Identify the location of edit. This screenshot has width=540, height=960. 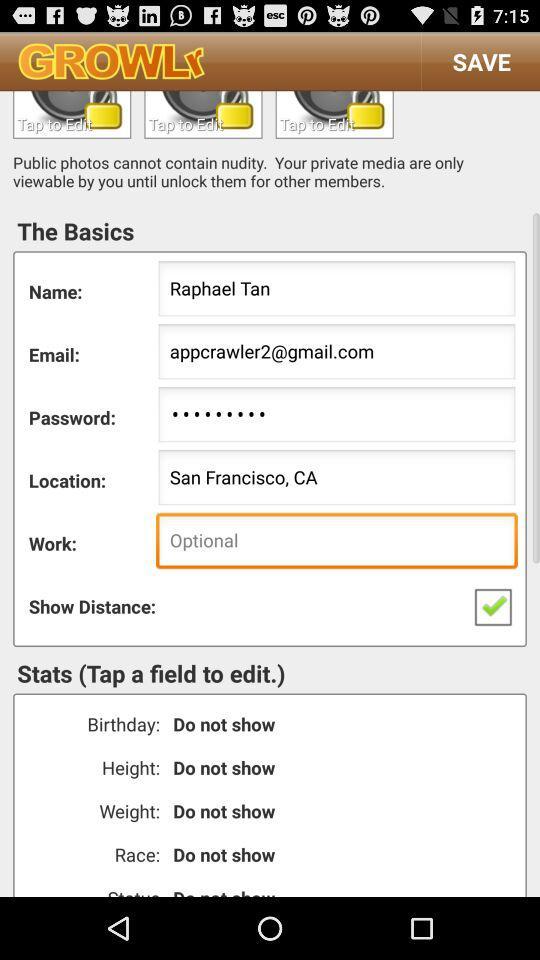
(202, 114).